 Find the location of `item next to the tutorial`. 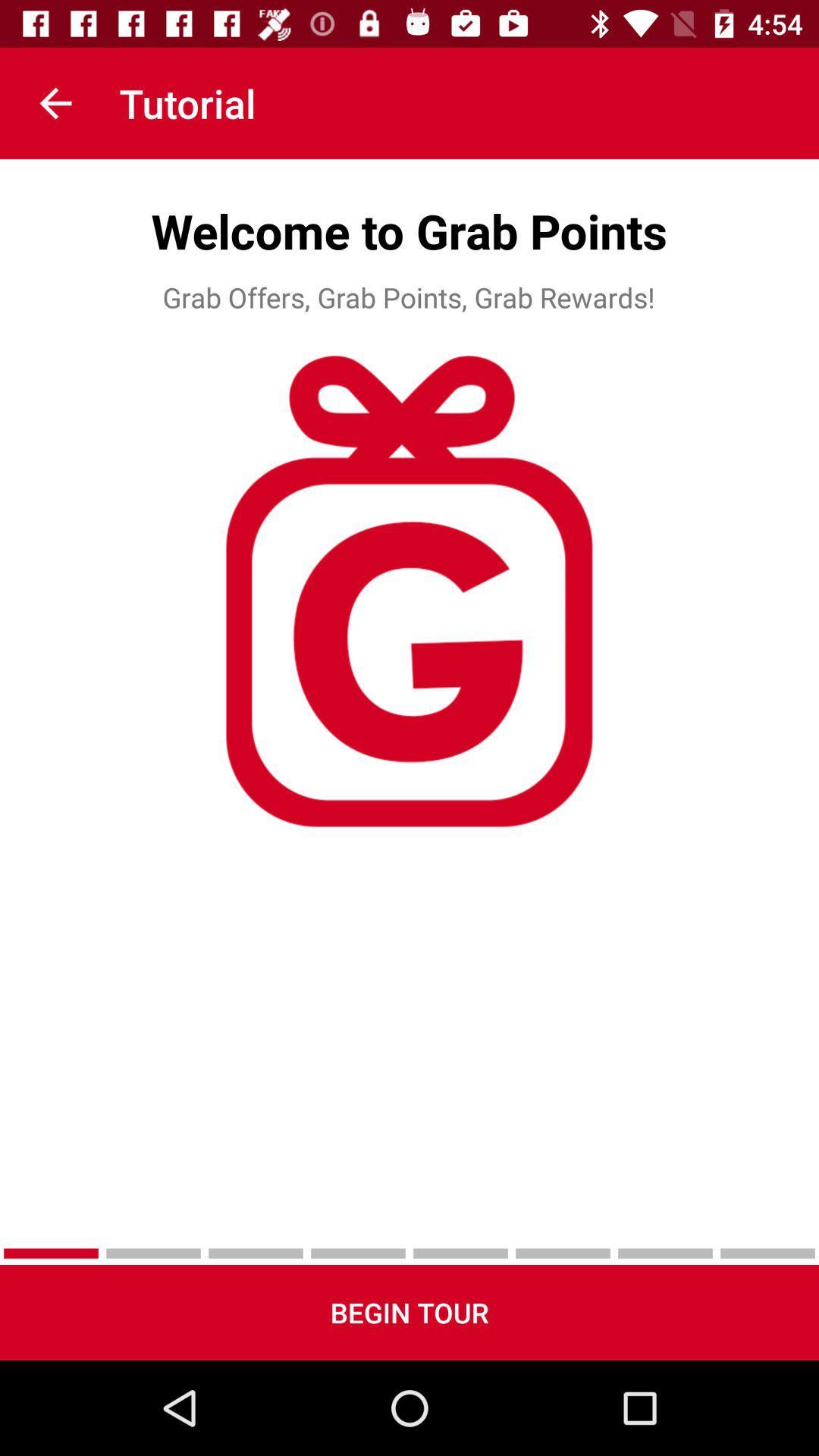

item next to the tutorial is located at coordinates (55, 102).